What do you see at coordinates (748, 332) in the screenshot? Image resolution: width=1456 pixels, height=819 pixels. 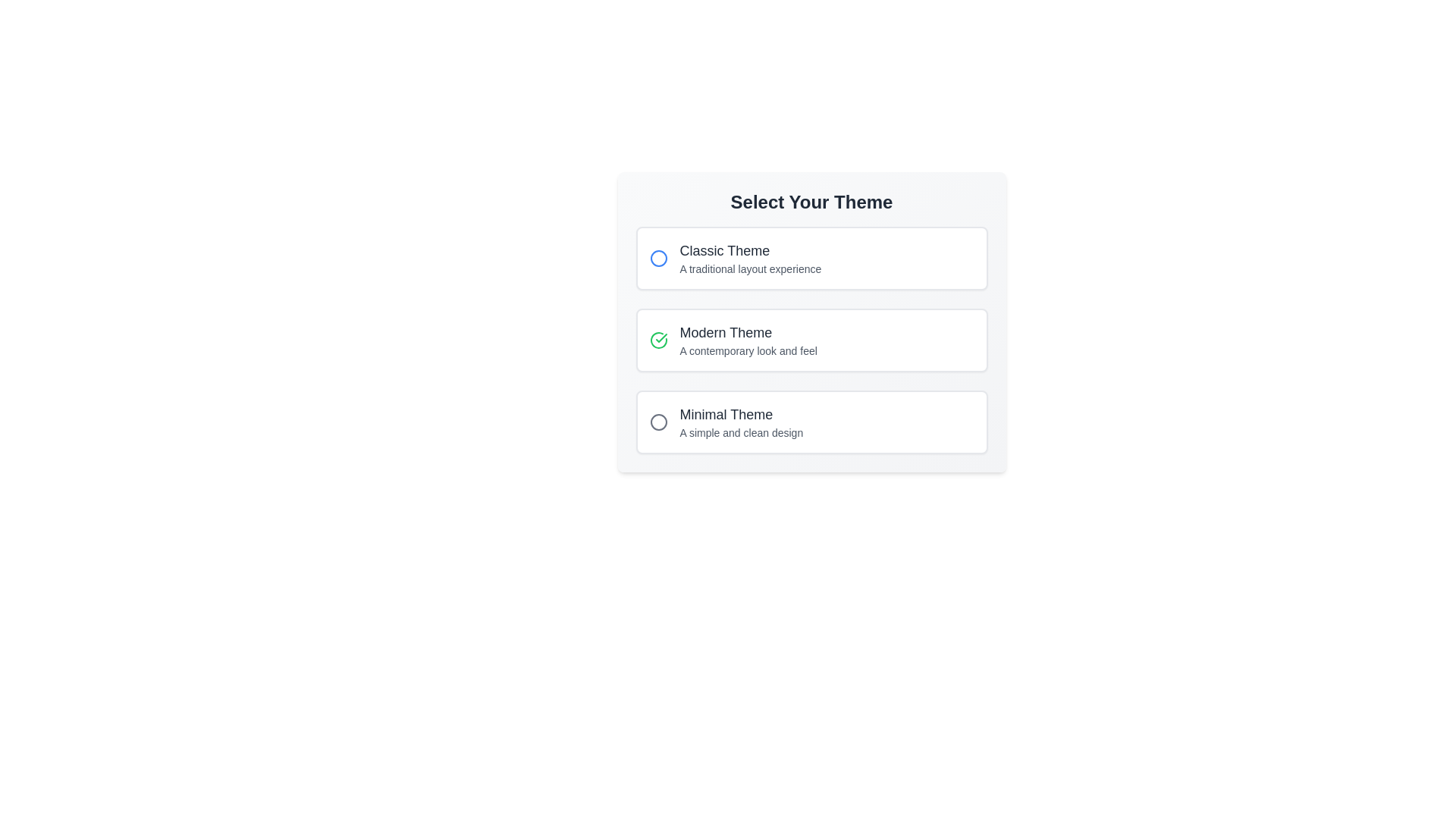 I see `the text label that serves as the title for the second theme option in the selection list titled 'Select Your Theme.'` at bounding box center [748, 332].